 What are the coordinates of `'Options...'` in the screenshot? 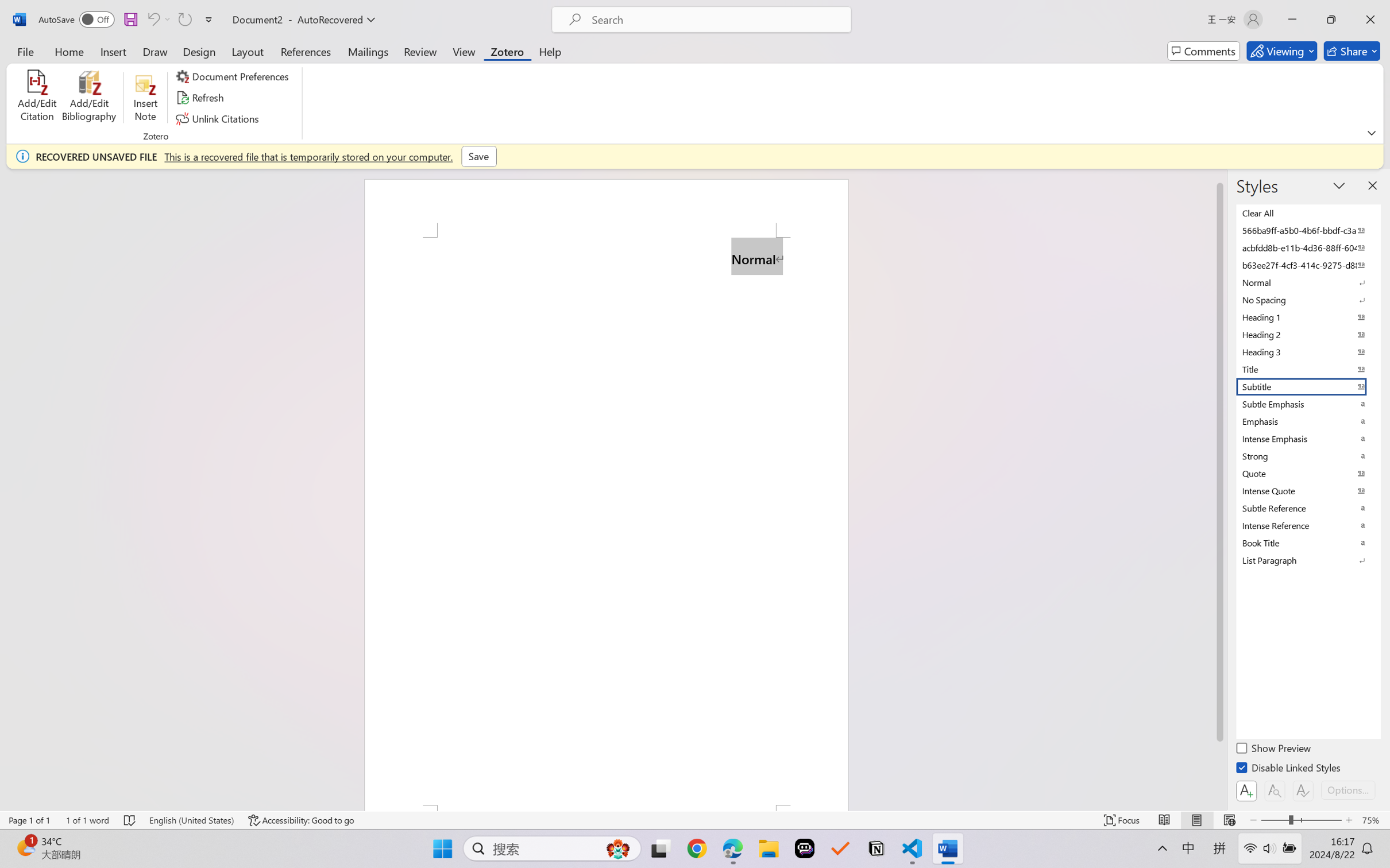 It's located at (1346, 789).